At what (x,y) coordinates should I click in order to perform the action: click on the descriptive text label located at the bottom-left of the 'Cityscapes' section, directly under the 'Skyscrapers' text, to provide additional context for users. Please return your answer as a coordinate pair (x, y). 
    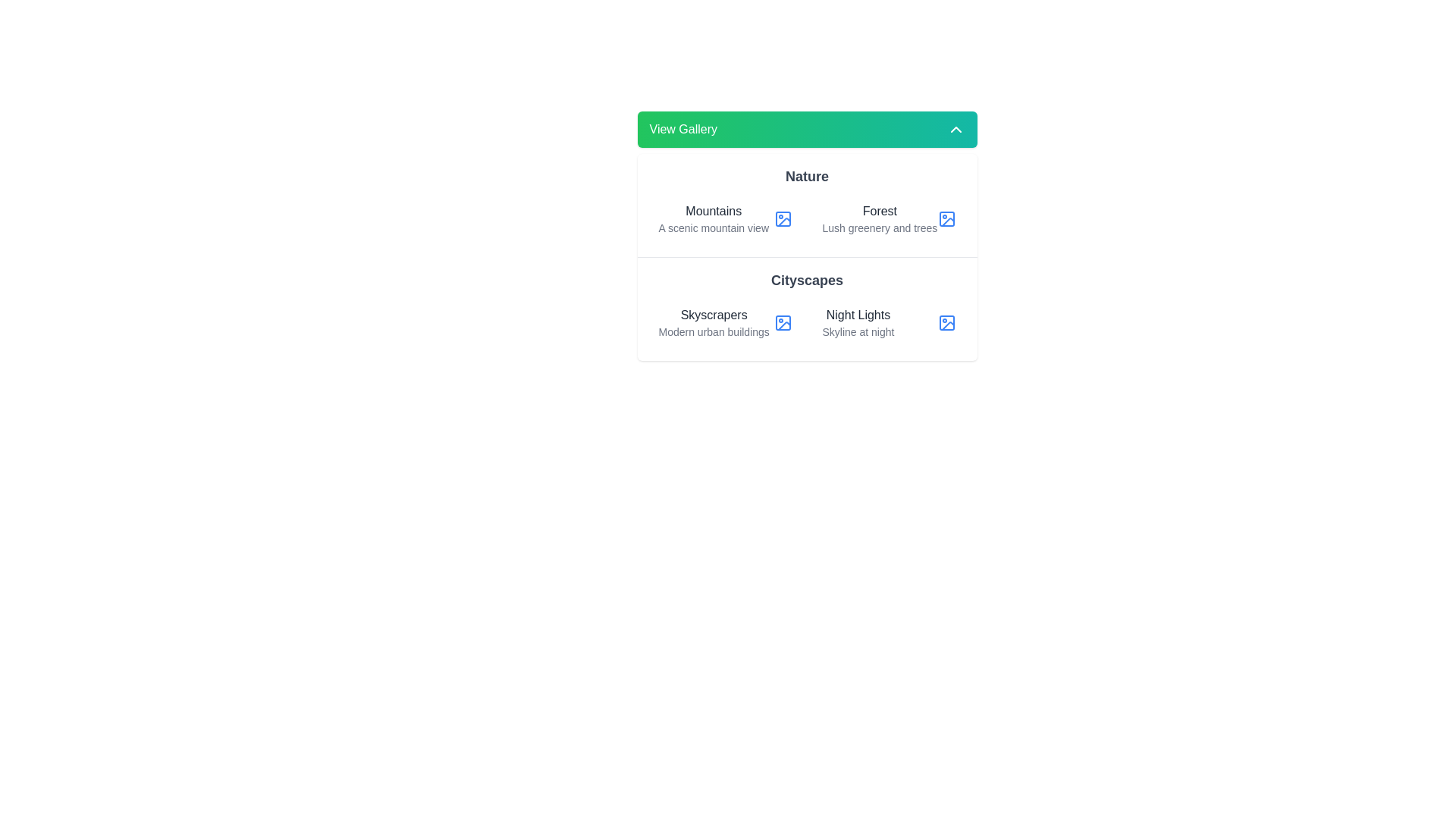
    Looking at the image, I should click on (713, 331).